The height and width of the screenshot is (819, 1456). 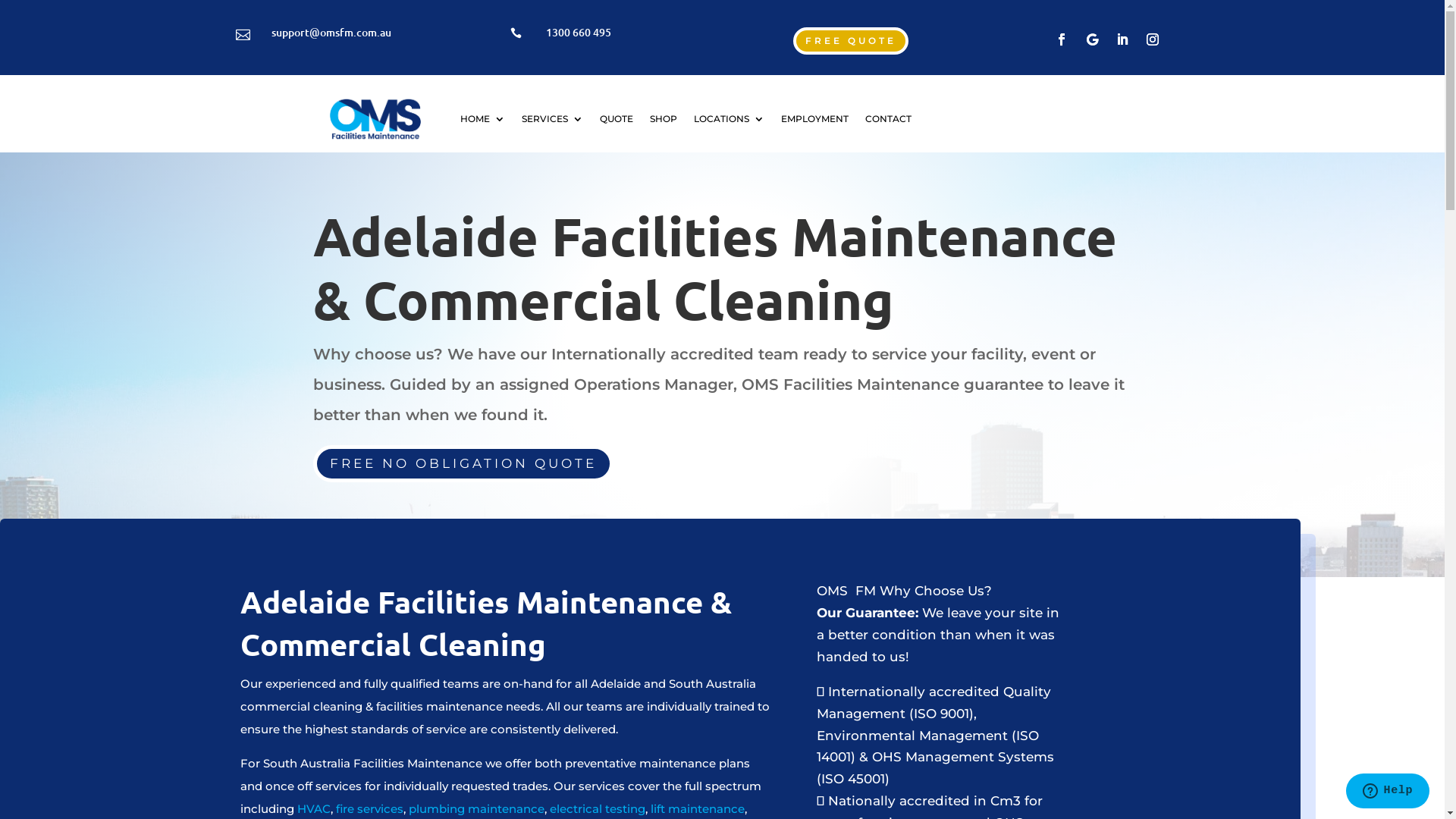 I want to click on 'FREE QUOTE', so click(x=851, y=40).